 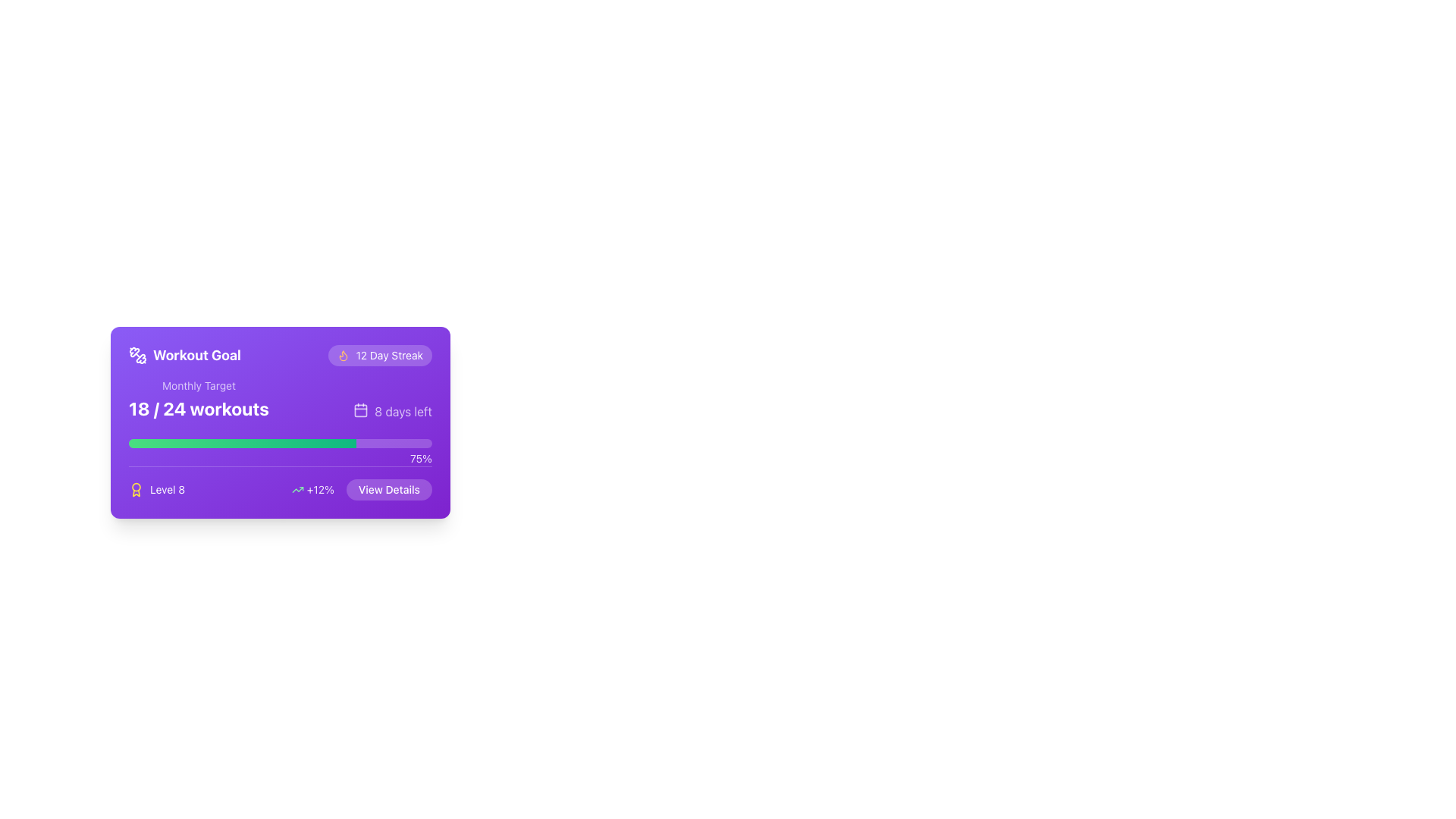 What do you see at coordinates (360, 409) in the screenshot?
I see `the calendar icon element located in the top-right section of the workout goal summary card, which is identifiable by its white coloring and rounded square shape with two vertical lines on top` at bounding box center [360, 409].